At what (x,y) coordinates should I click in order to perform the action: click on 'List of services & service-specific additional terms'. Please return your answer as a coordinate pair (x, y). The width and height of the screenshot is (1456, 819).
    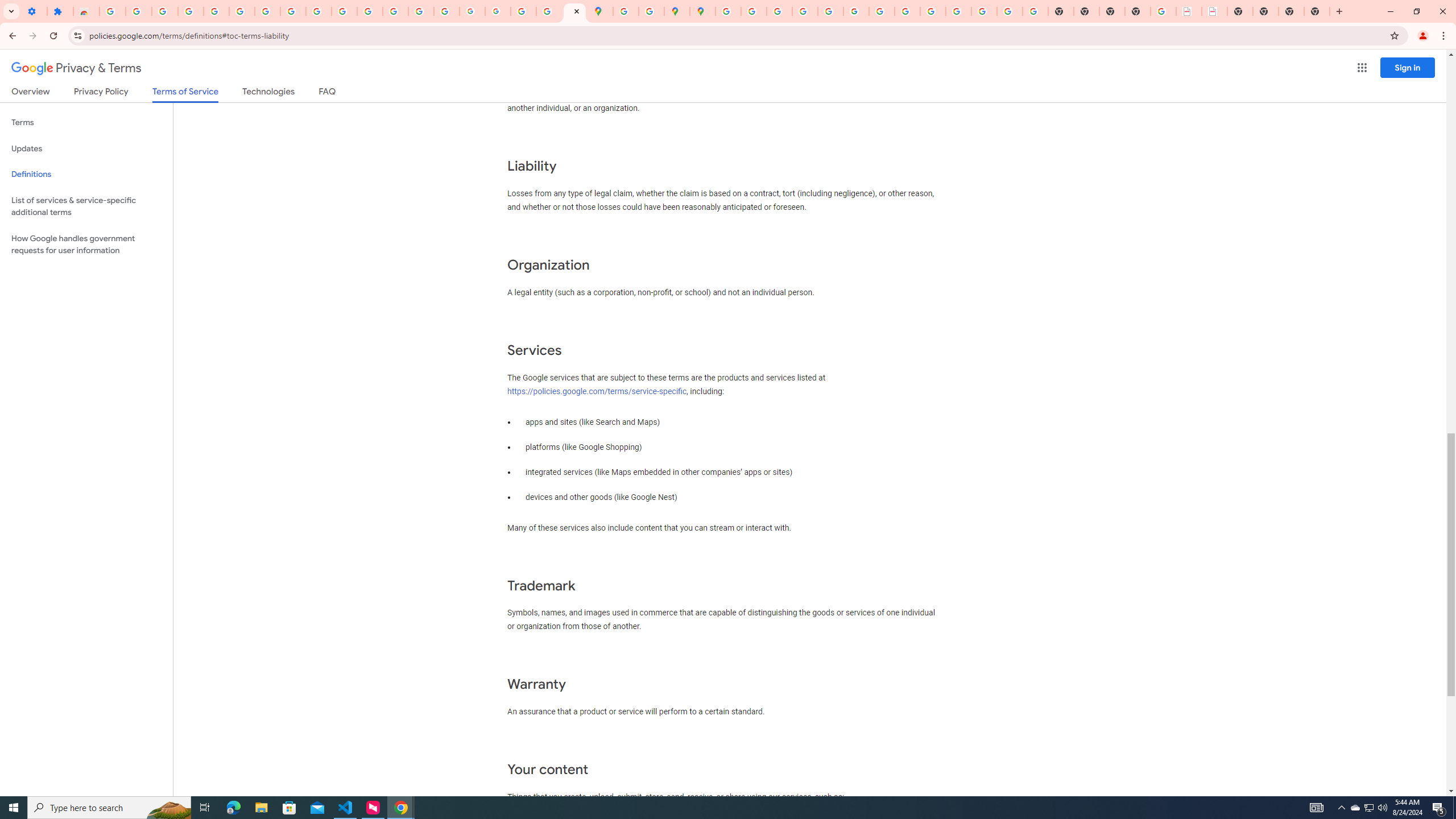
    Looking at the image, I should click on (86, 205).